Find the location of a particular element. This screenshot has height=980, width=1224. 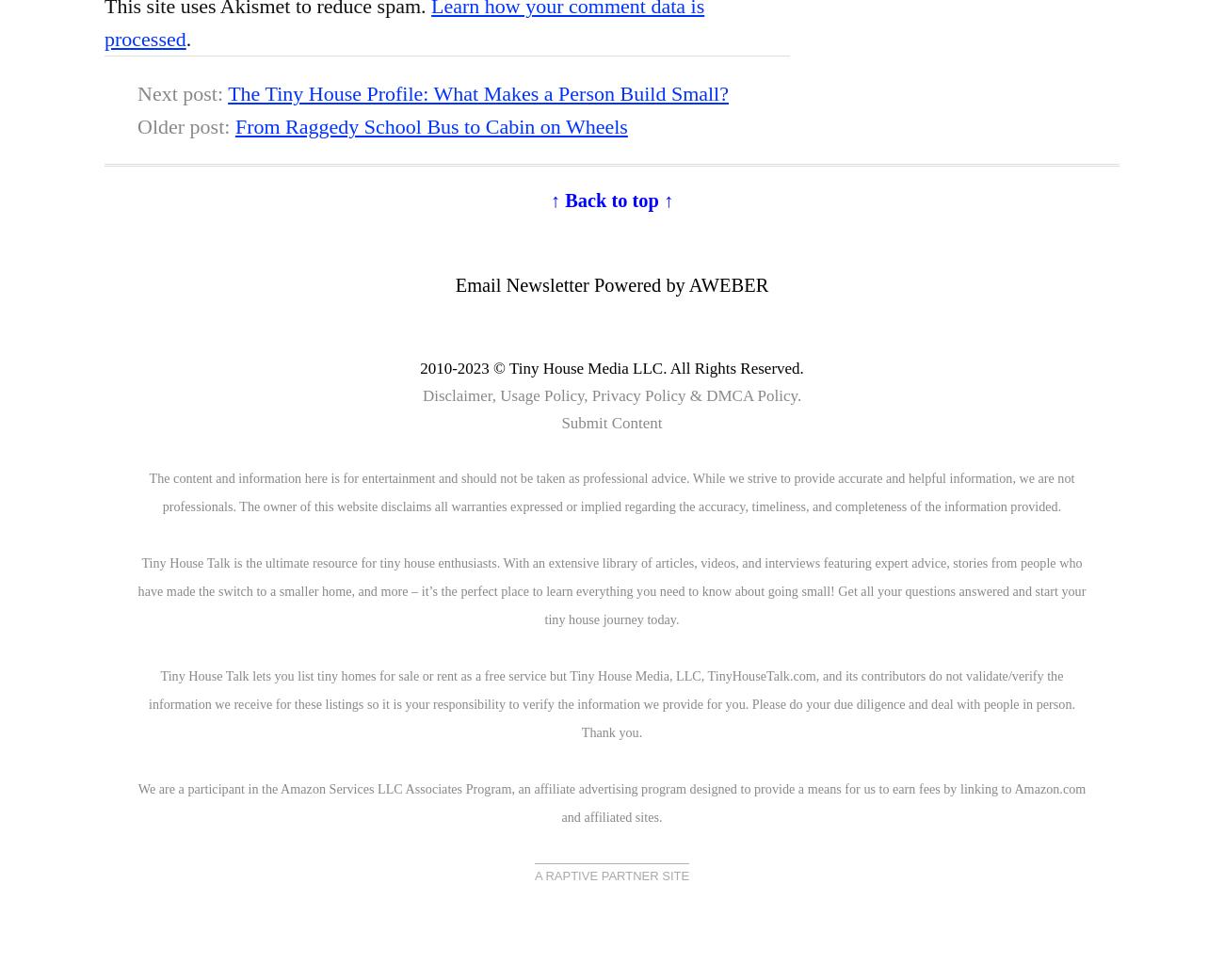

'Email Newsletter Powered by' is located at coordinates (571, 284).